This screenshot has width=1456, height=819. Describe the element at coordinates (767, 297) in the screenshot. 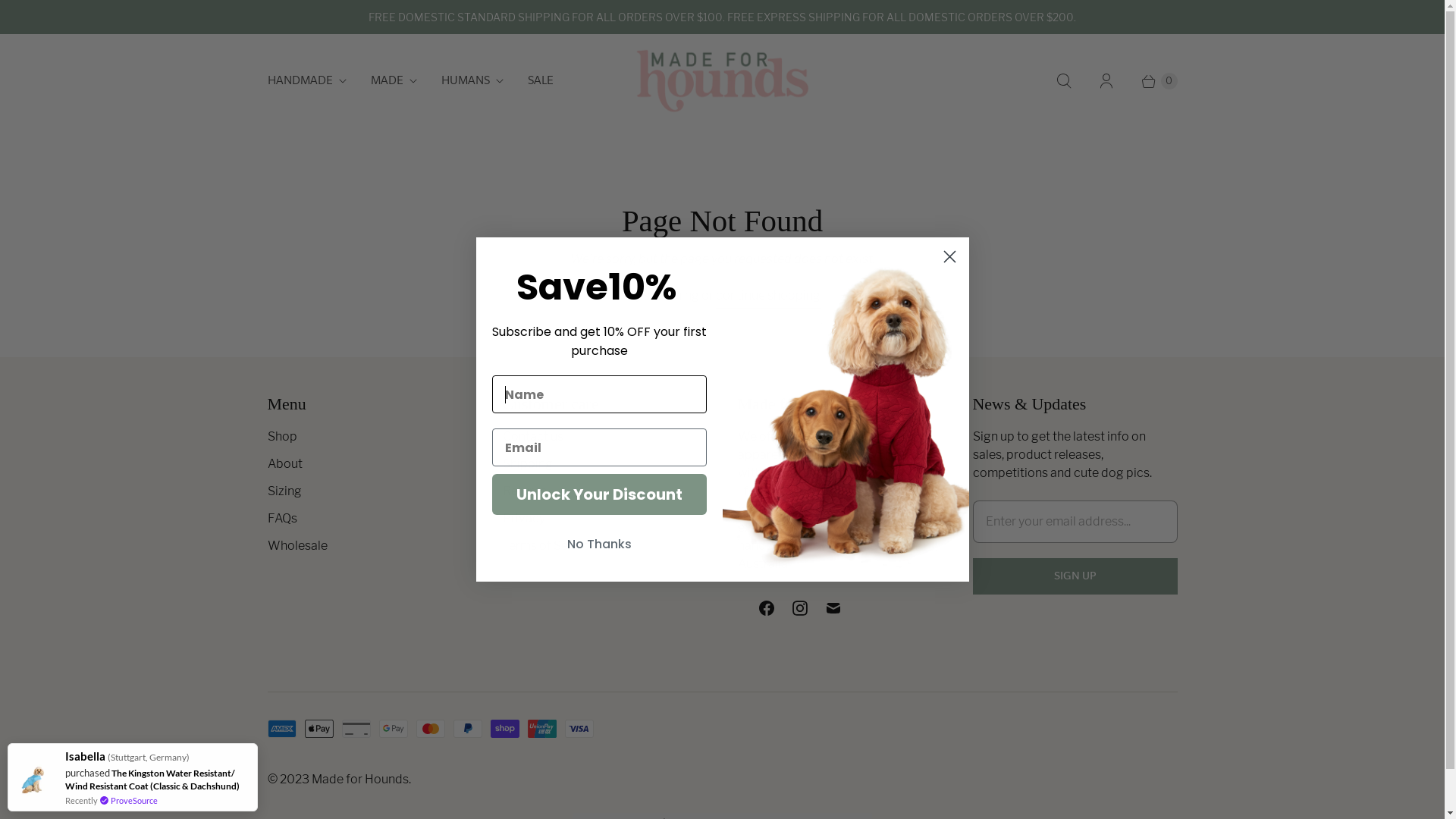

I see `'continue shopping'` at that location.